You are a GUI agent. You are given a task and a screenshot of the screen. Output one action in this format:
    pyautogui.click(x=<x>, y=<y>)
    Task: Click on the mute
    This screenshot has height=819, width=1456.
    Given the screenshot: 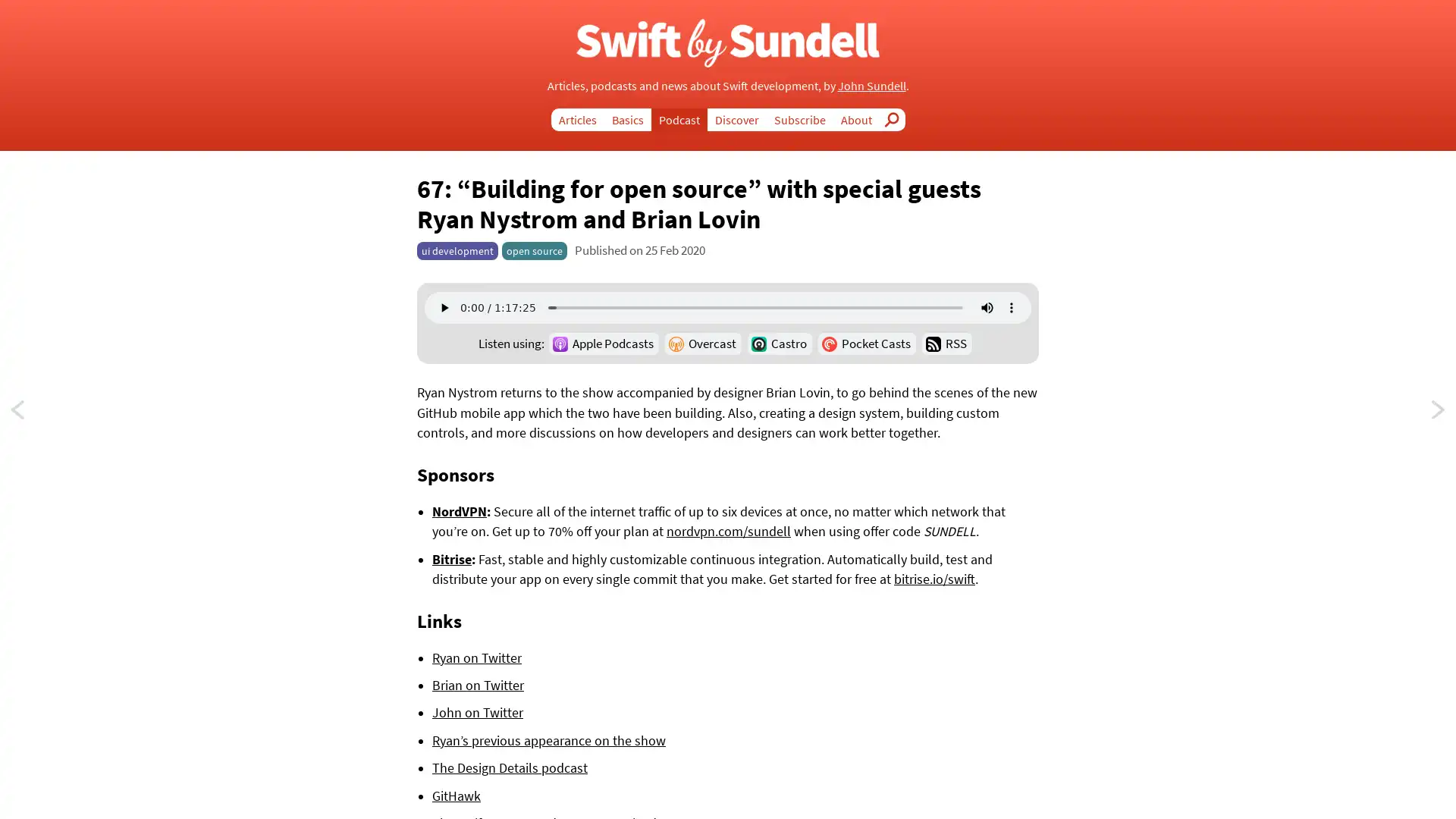 What is the action you would take?
    pyautogui.click(x=987, y=307)
    